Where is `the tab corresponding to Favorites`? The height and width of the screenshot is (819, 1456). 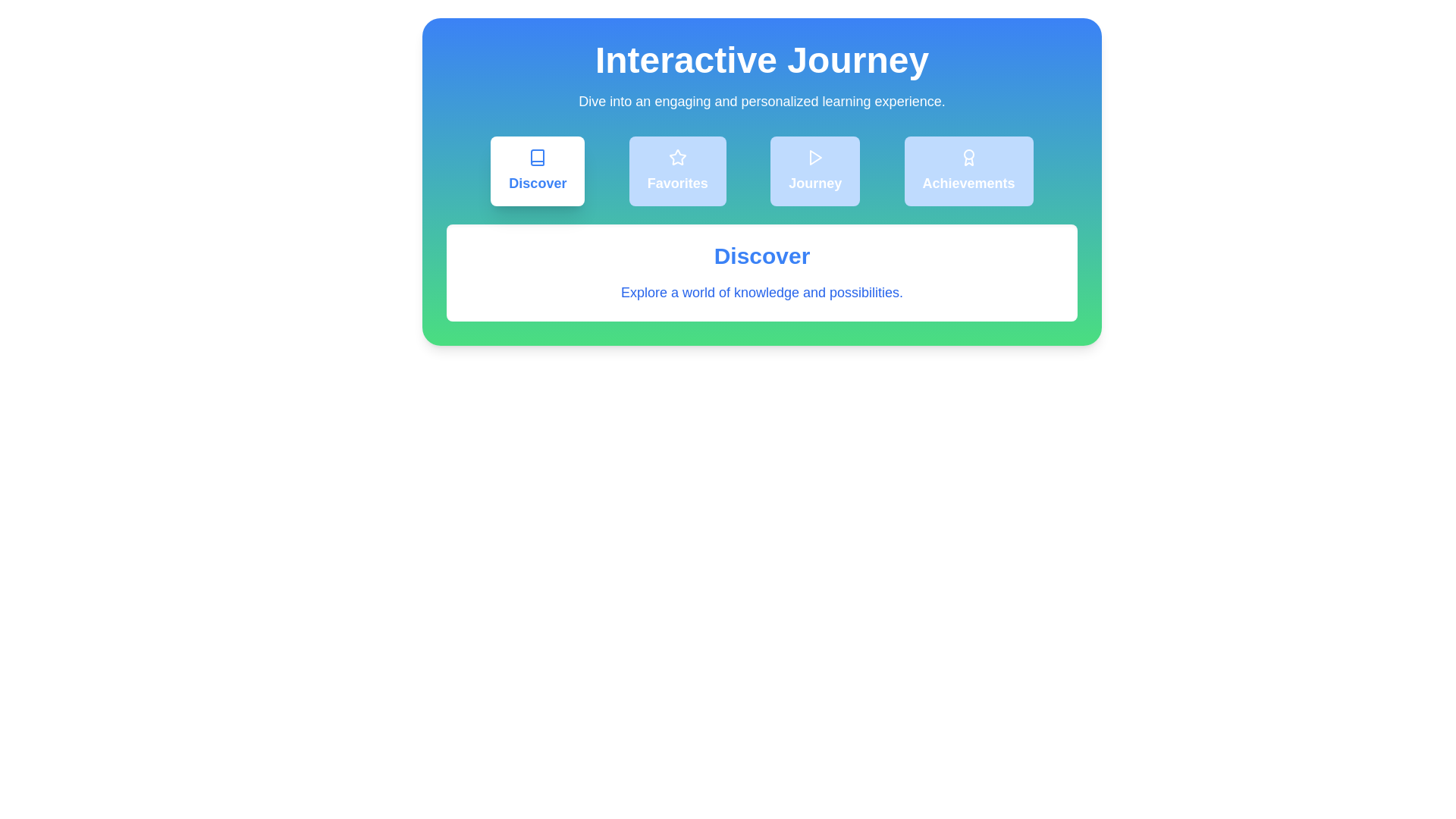
the tab corresponding to Favorites is located at coordinates (676, 171).